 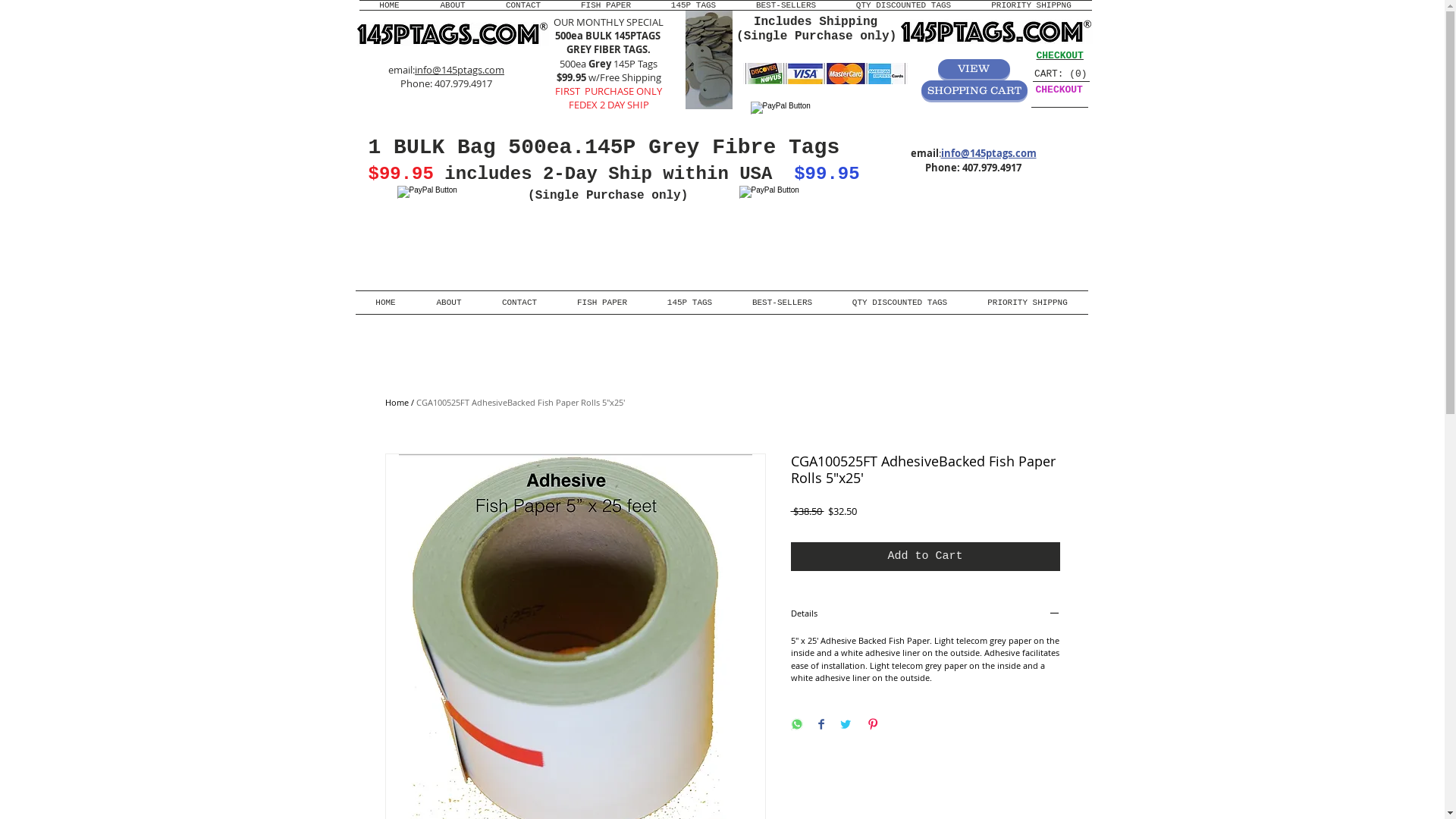 What do you see at coordinates (484, 5) in the screenshot?
I see `'CONTACT'` at bounding box center [484, 5].